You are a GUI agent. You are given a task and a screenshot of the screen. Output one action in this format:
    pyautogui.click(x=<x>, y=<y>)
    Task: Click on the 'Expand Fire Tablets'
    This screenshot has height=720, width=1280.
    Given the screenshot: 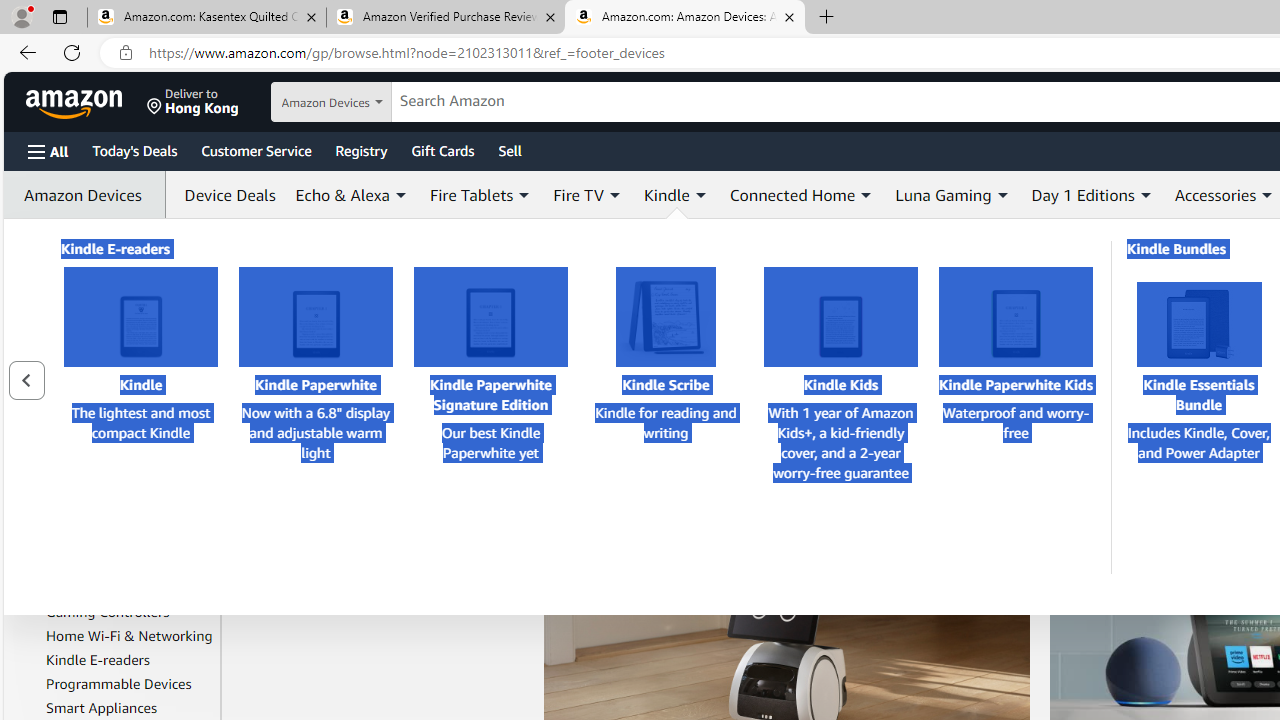 What is the action you would take?
    pyautogui.click(x=524, y=195)
    